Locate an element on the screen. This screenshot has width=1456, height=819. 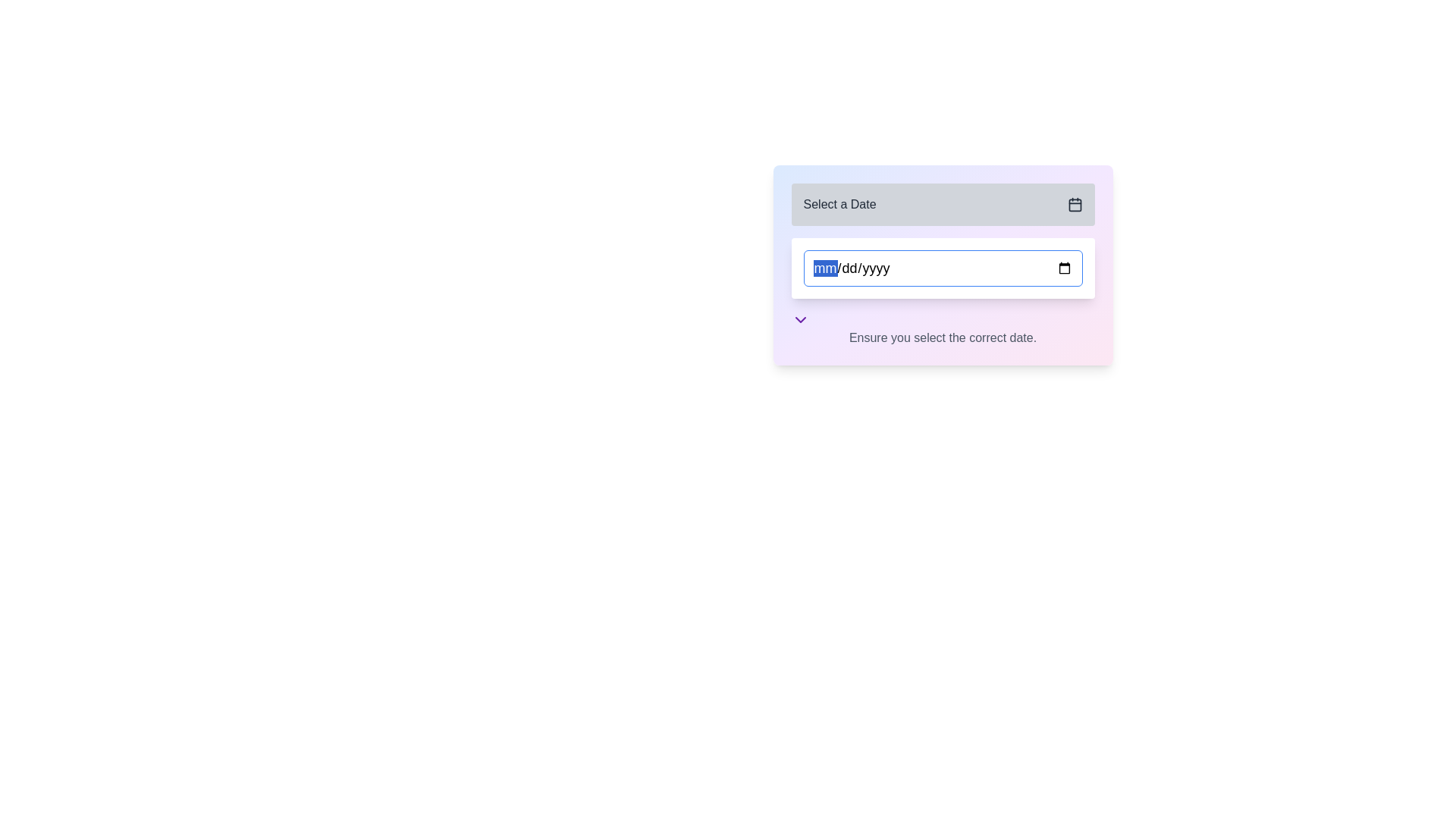
the background rectangle of the SVG calendar icon located at the top-right corner of the date selection box is located at coordinates (1074, 205).